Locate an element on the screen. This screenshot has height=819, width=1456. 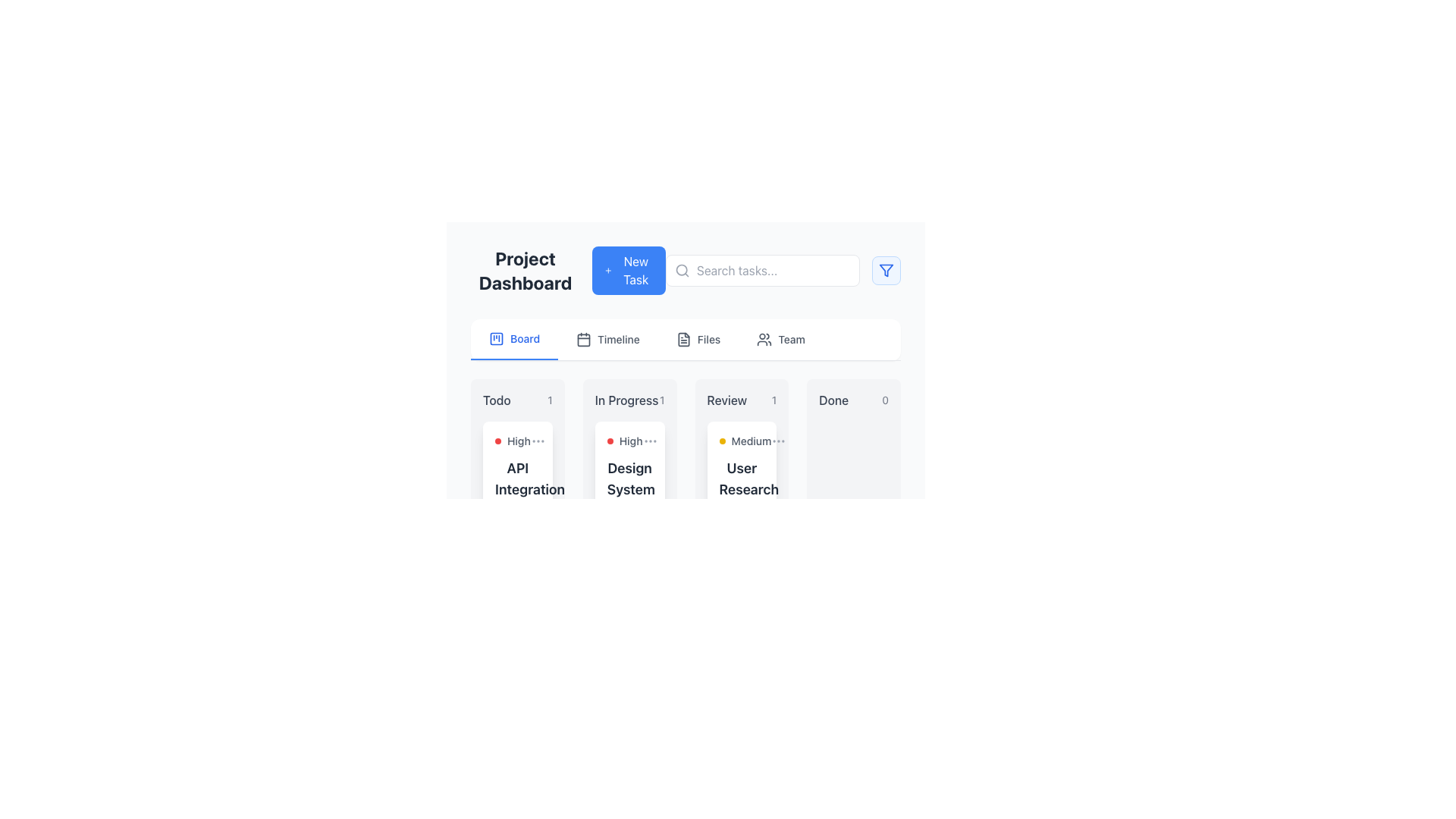
the 'Files' Navigation Tab, which is the third item in the horizontal tab group located between 'Timeline' and 'Team' is located at coordinates (698, 338).